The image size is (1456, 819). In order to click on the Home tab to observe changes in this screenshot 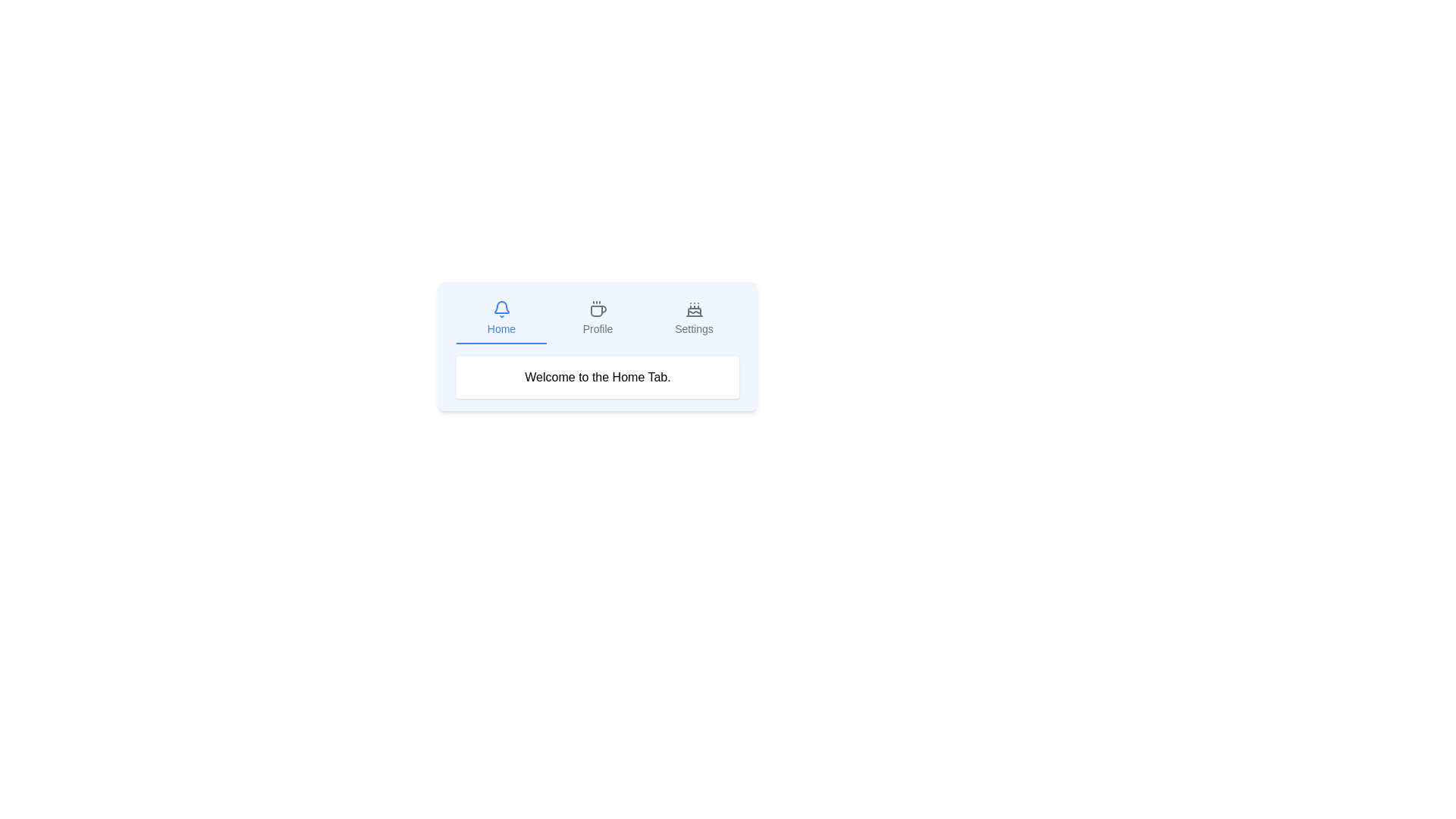, I will do `click(501, 318)`.